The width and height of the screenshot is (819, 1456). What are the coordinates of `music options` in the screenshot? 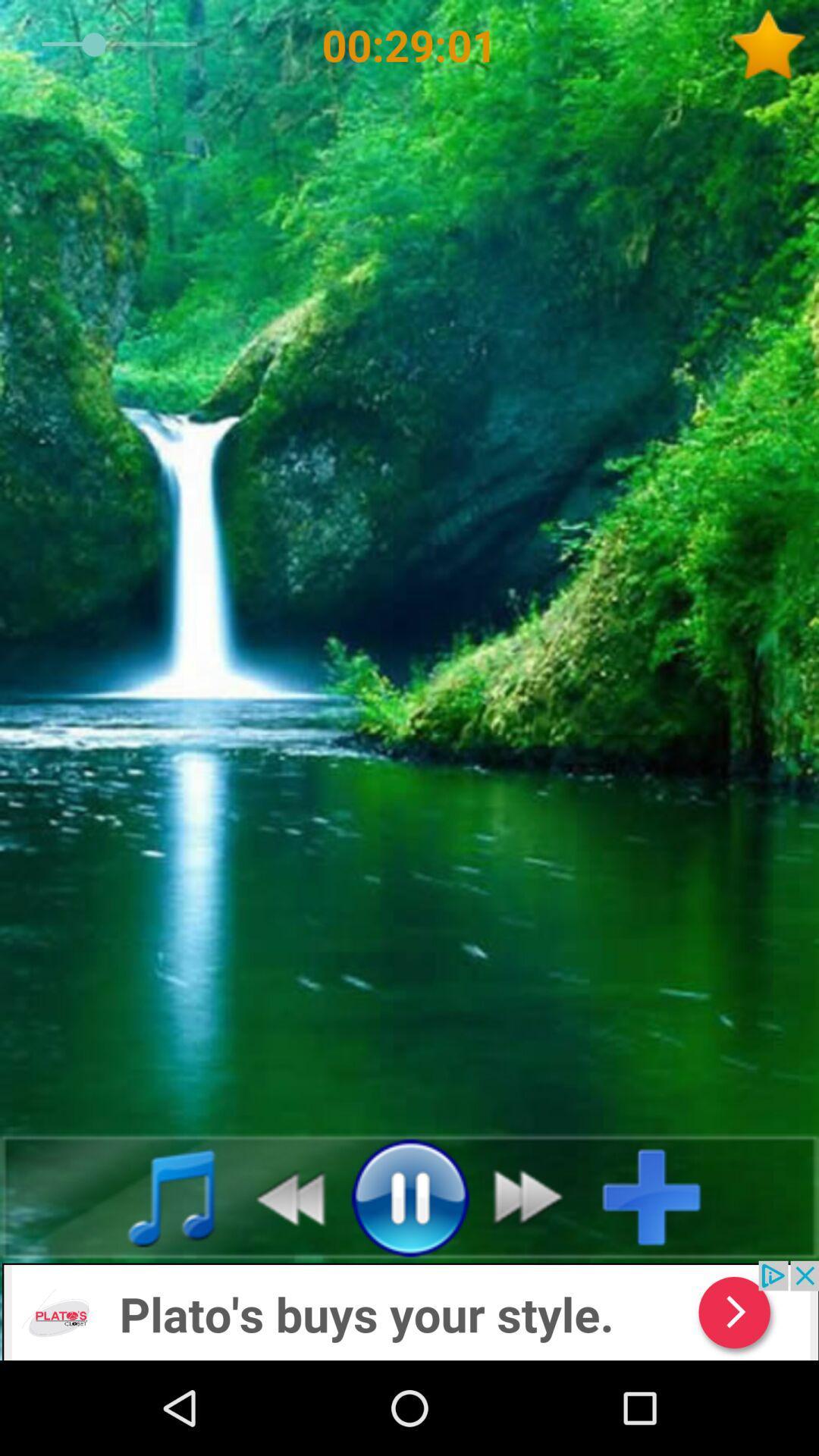 It's located at (155, 1196).